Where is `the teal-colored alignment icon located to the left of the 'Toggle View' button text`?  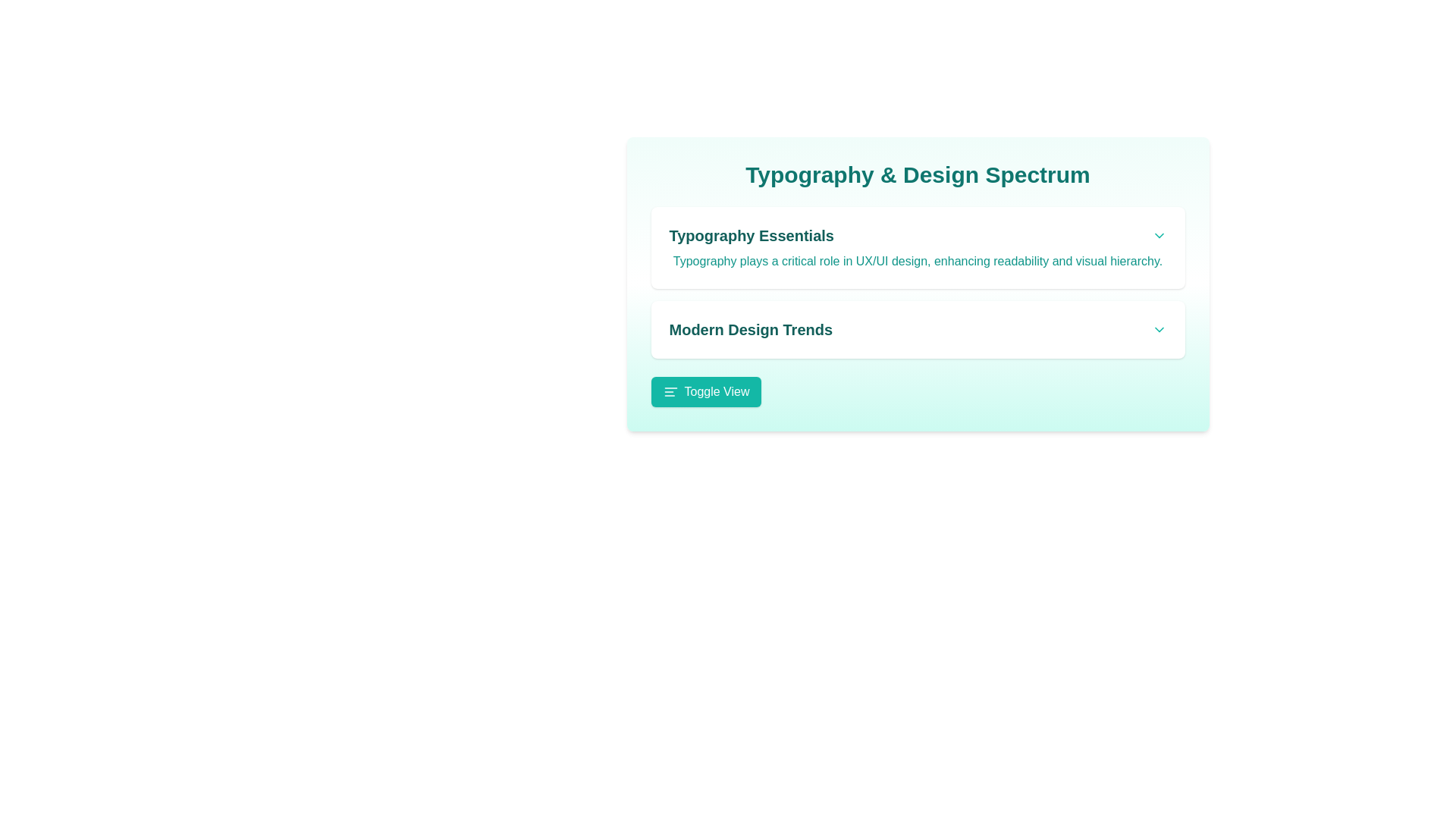 the teal-colored alignment icon located to the left of the 'Toggle View' button text is located at coordinates (670, 391).